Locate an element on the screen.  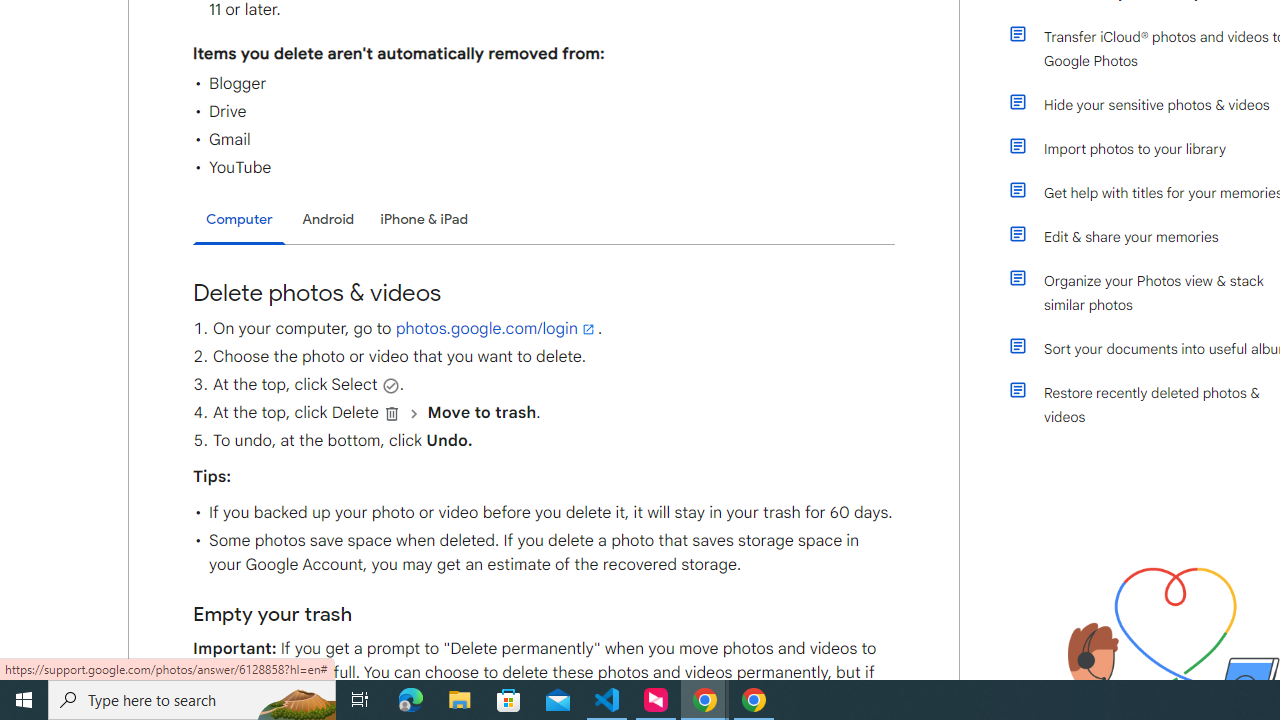
'Computer' is located at coordinates (239, 220).